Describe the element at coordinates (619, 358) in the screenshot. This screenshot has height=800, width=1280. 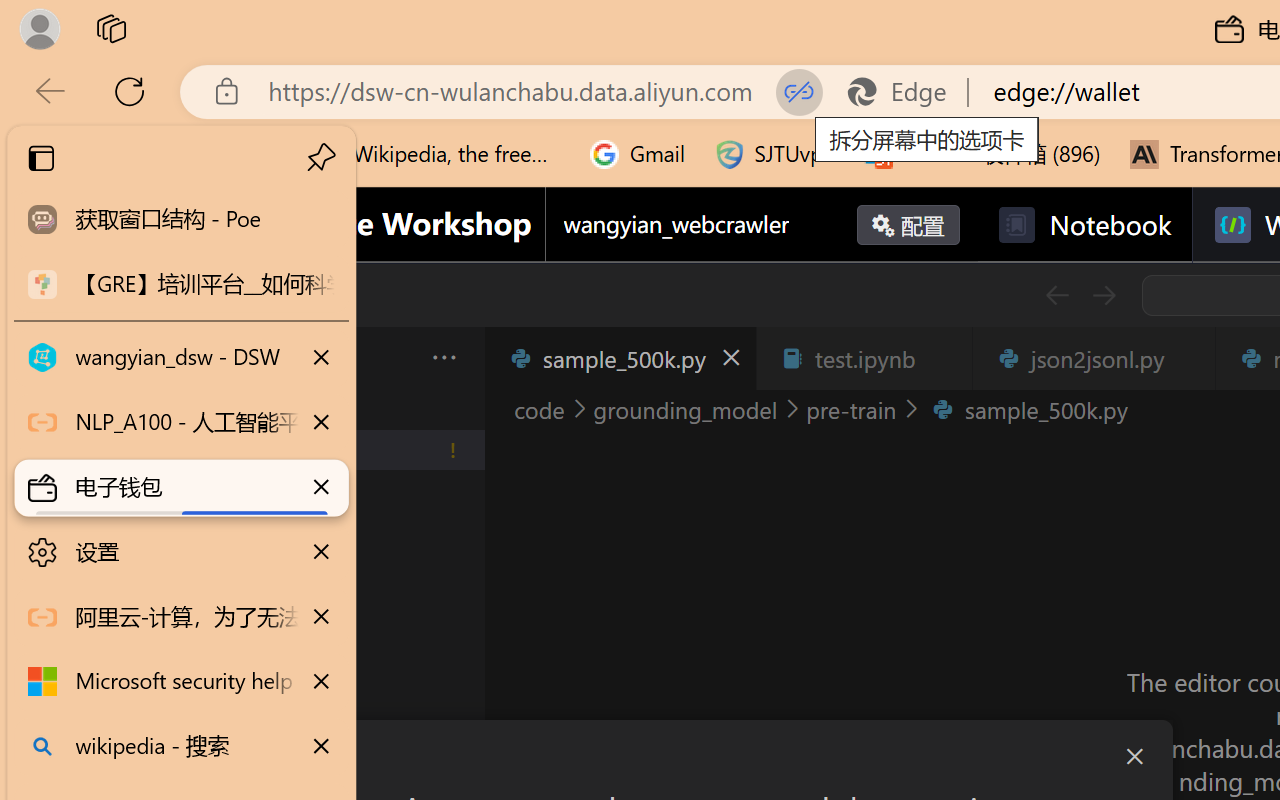
I see `'sample_500k.py'` at that location.